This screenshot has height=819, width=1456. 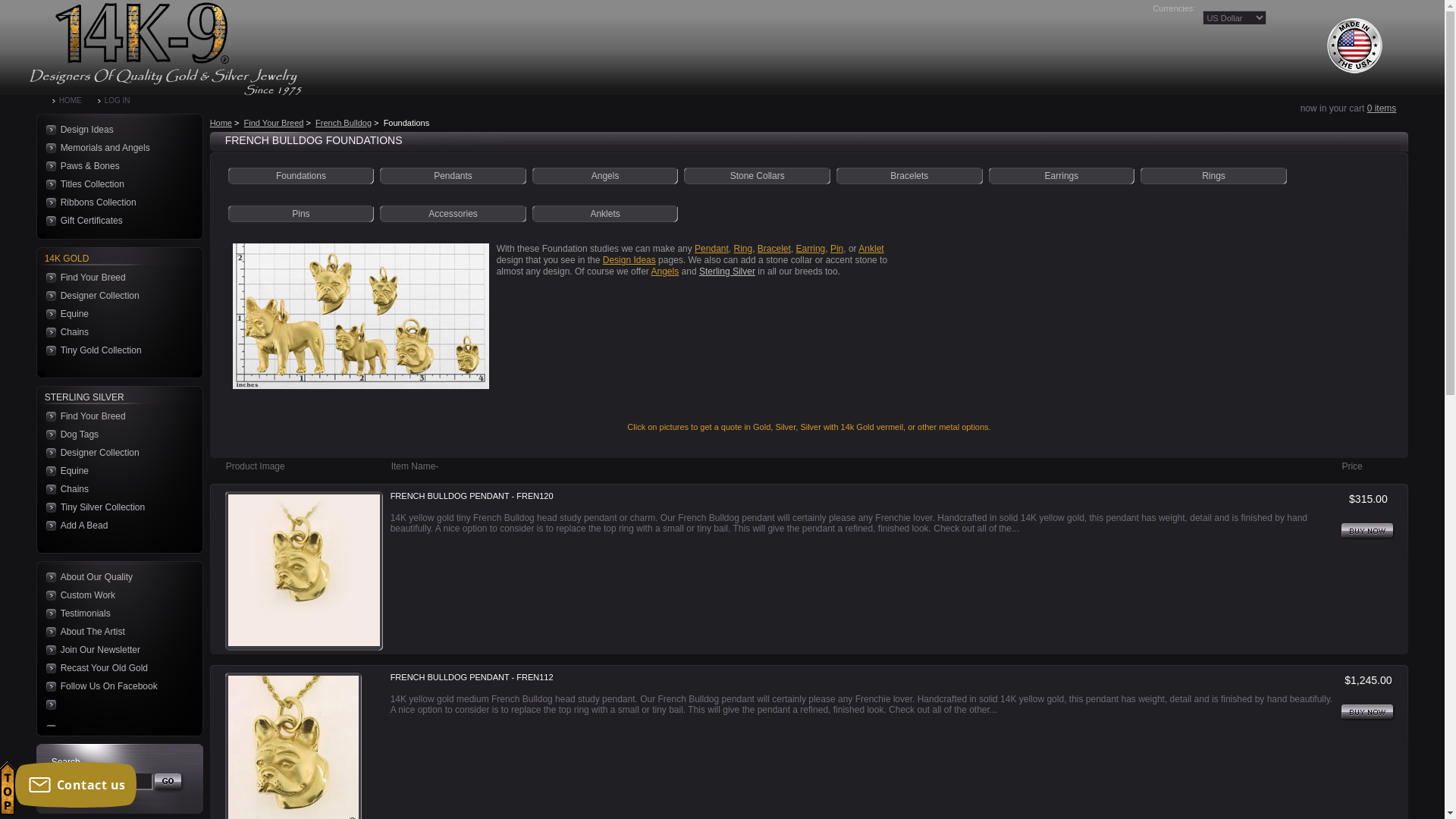 I want to click on 'Designer Collection', so click(x=43, y=295).